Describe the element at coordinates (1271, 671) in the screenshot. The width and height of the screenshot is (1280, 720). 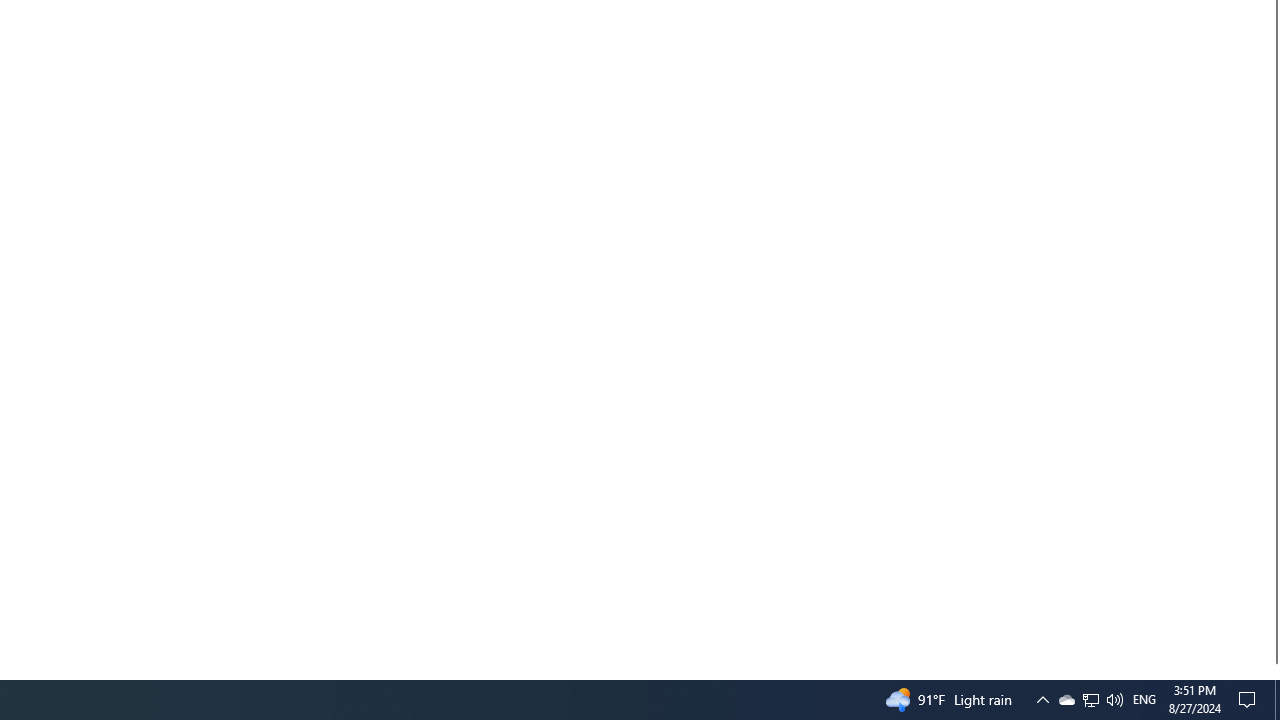
I see `'Vertical Small Increase'` at that location.